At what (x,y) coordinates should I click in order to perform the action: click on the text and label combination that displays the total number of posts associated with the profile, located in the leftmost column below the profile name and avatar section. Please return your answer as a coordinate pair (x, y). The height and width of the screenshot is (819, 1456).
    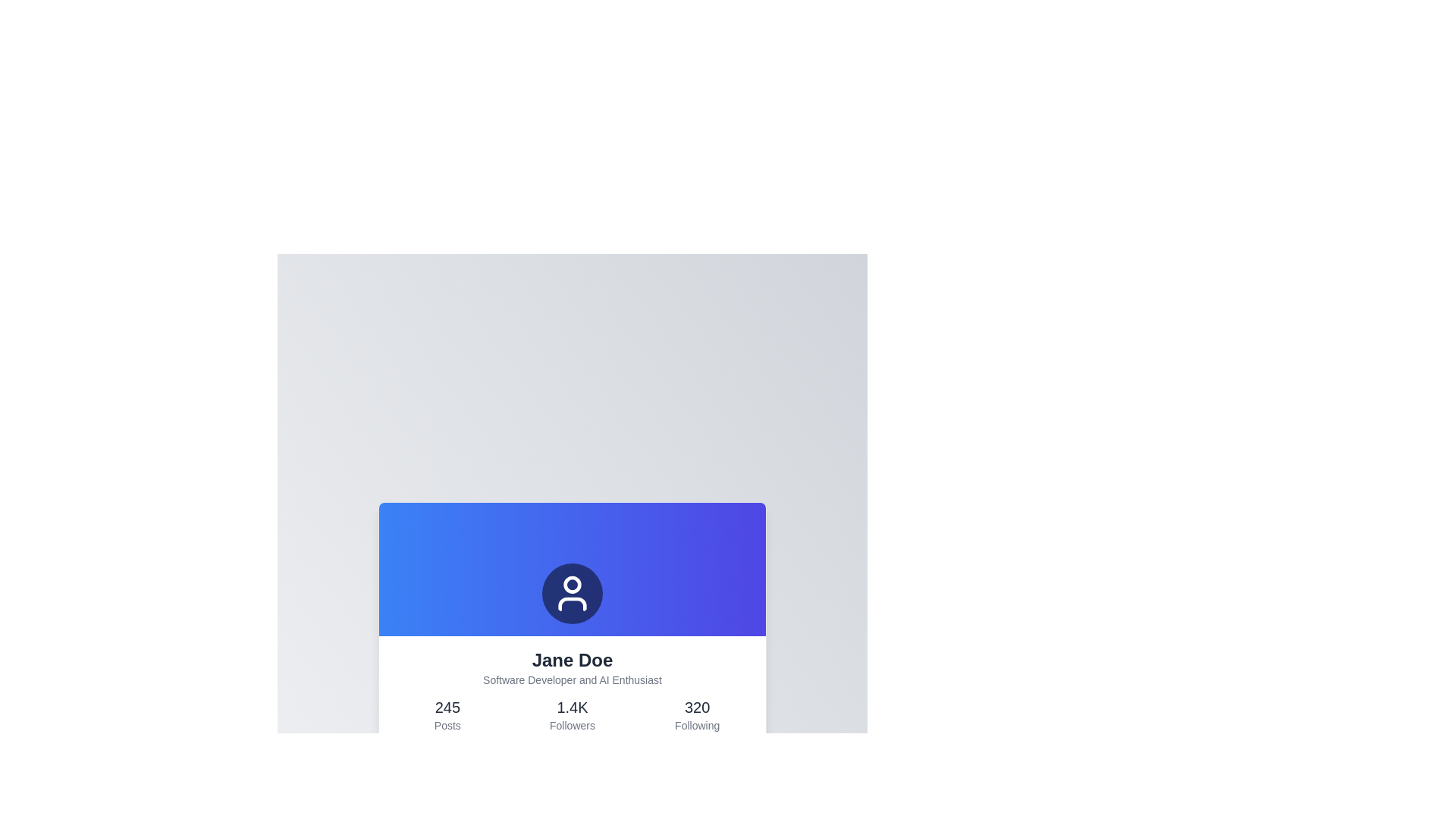
    Looking at the image, I should click on (447, 714).